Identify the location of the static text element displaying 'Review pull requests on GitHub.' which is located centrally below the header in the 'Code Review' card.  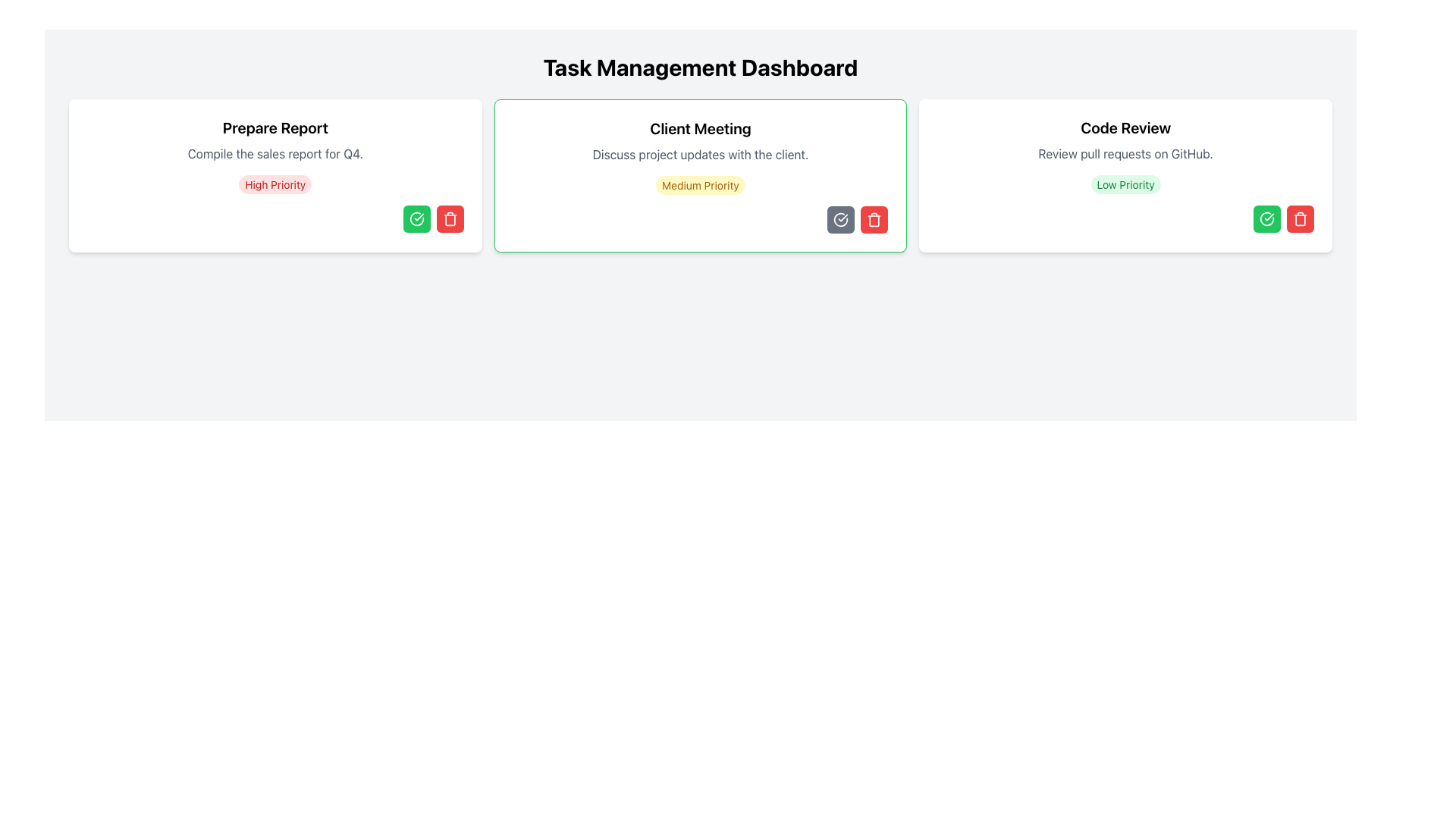
(1125, 154).